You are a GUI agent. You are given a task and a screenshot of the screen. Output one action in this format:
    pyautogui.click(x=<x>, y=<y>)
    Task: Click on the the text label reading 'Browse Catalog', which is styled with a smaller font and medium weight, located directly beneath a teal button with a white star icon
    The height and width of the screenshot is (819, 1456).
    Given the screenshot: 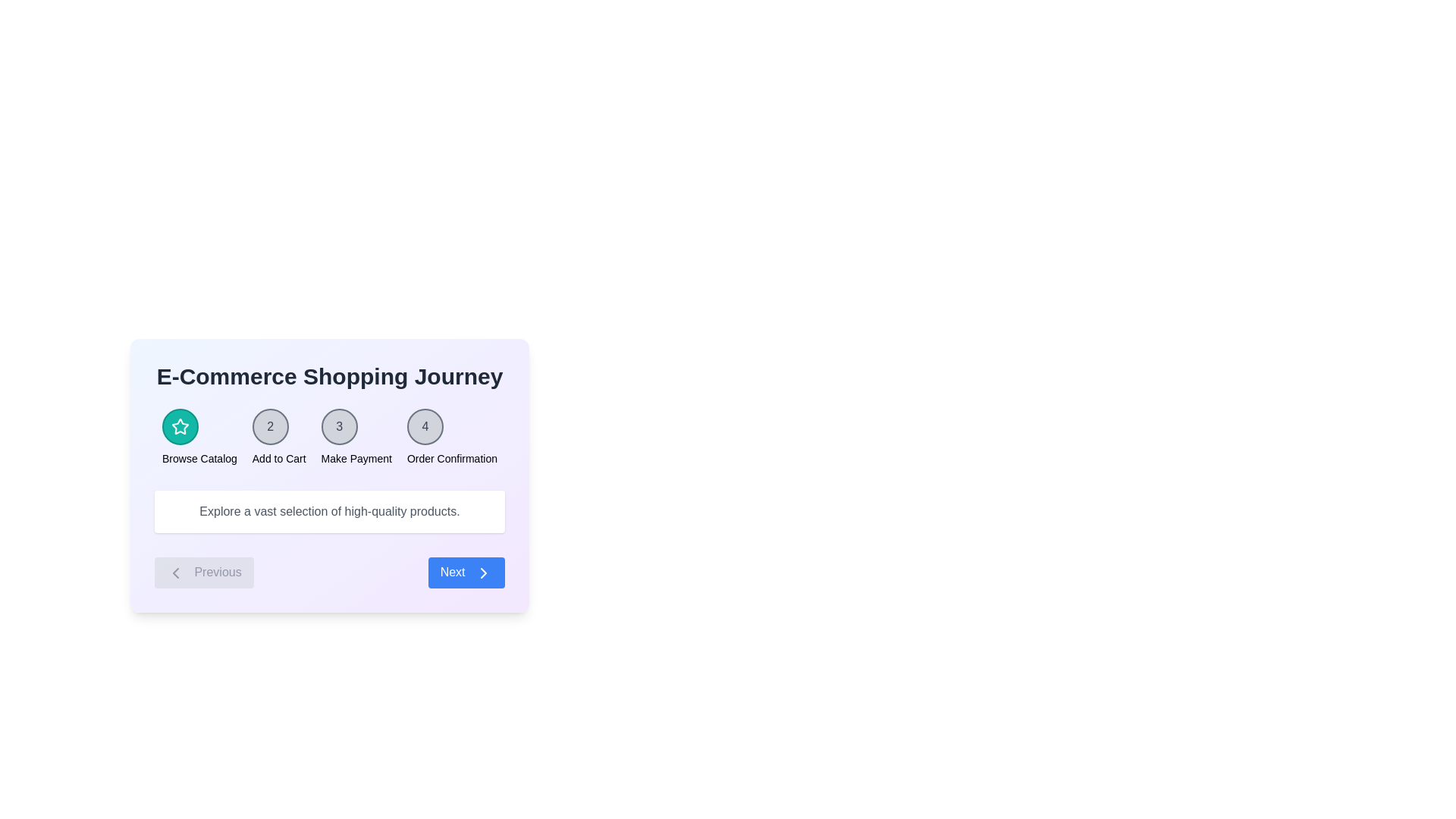 What is the action you would take?
    pyautogui.click(x=199, y=458)
    